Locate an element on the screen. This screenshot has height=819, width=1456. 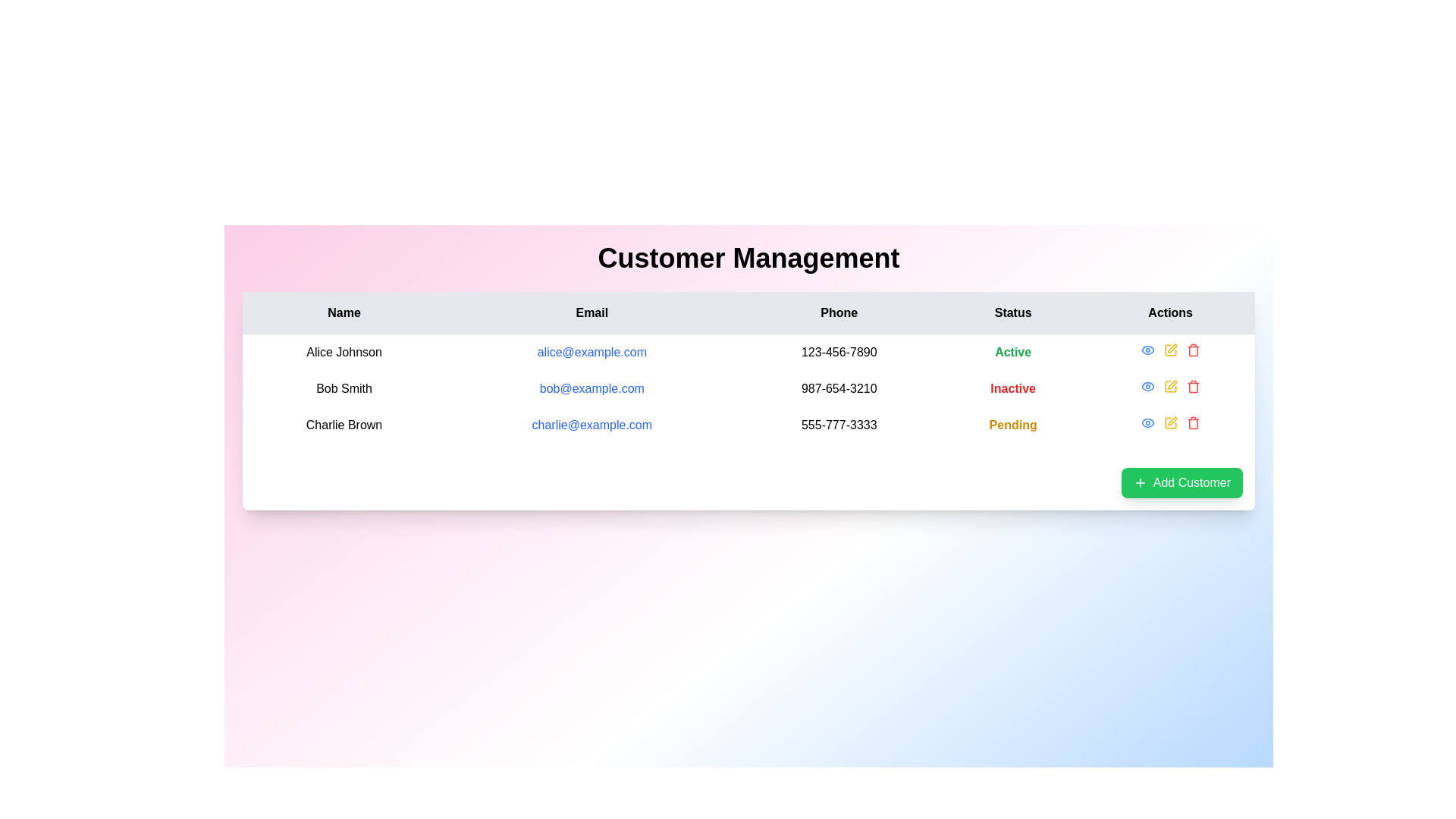
the Text label displaying the individual's name in the first row of the table, which is positioned under the 'Name' column and to the left of the 'Email' column is located at coordinates (344, 353).